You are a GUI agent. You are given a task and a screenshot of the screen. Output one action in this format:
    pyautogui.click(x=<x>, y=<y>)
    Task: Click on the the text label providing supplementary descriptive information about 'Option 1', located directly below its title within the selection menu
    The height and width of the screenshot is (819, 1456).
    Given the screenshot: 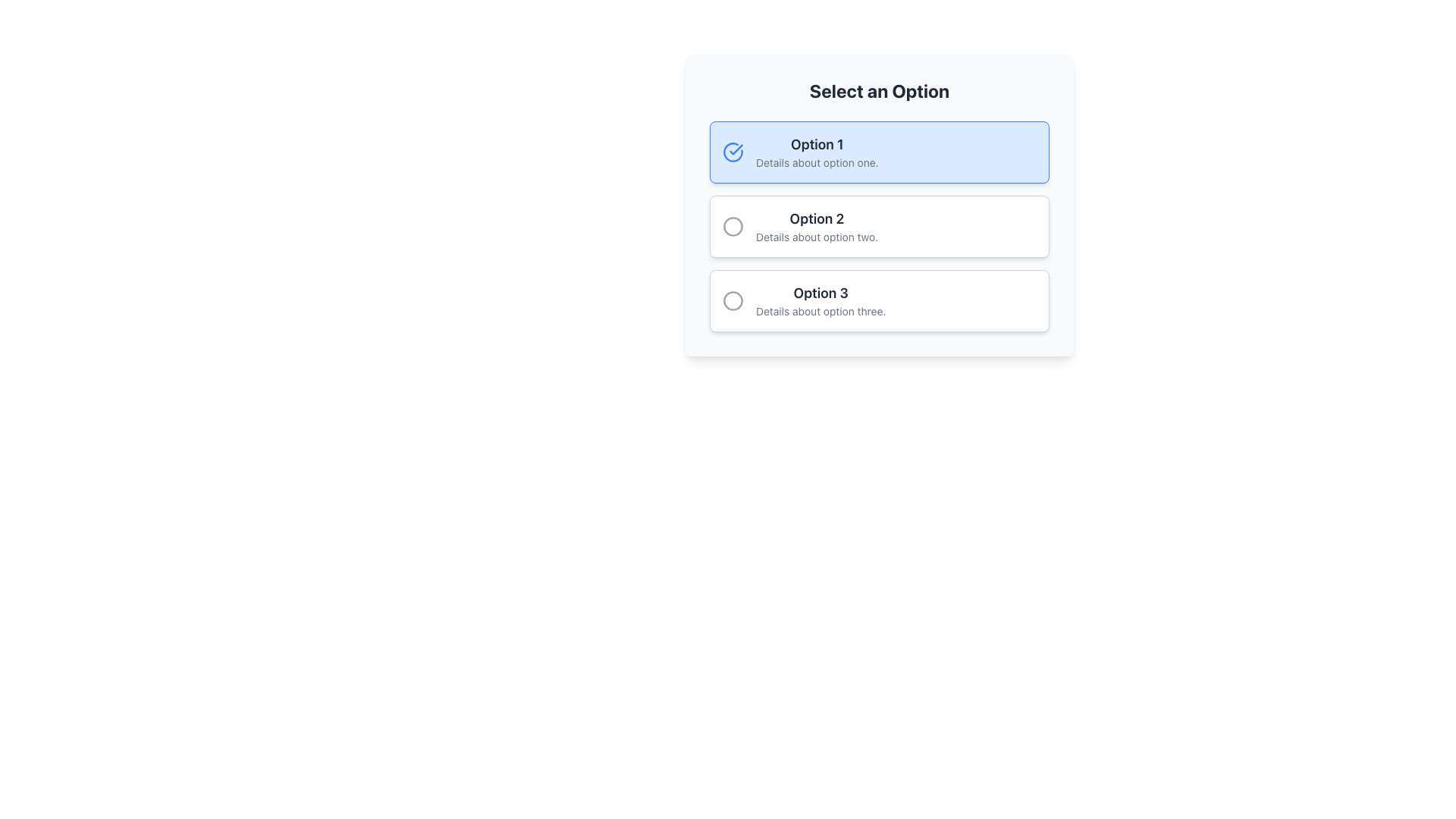 What is the action you would take?
    pyautogui.click(x=816, y=163)
    